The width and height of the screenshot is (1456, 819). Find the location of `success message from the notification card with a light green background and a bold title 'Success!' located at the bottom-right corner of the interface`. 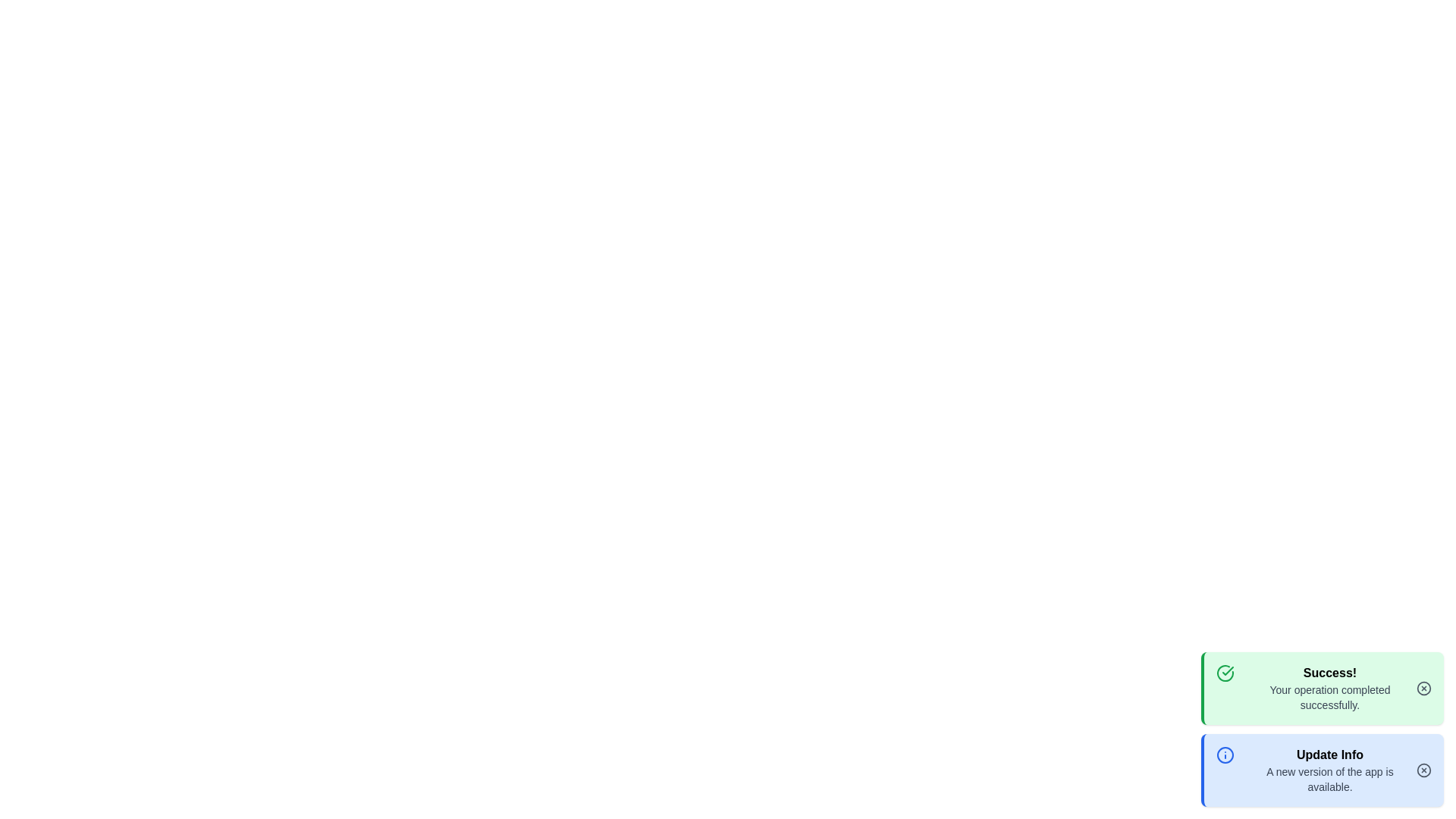

success message from the notification card with a light green background and a bold title 'Success!' located at the bottom-right corner of the interface is located at coordinates (1321, 688).